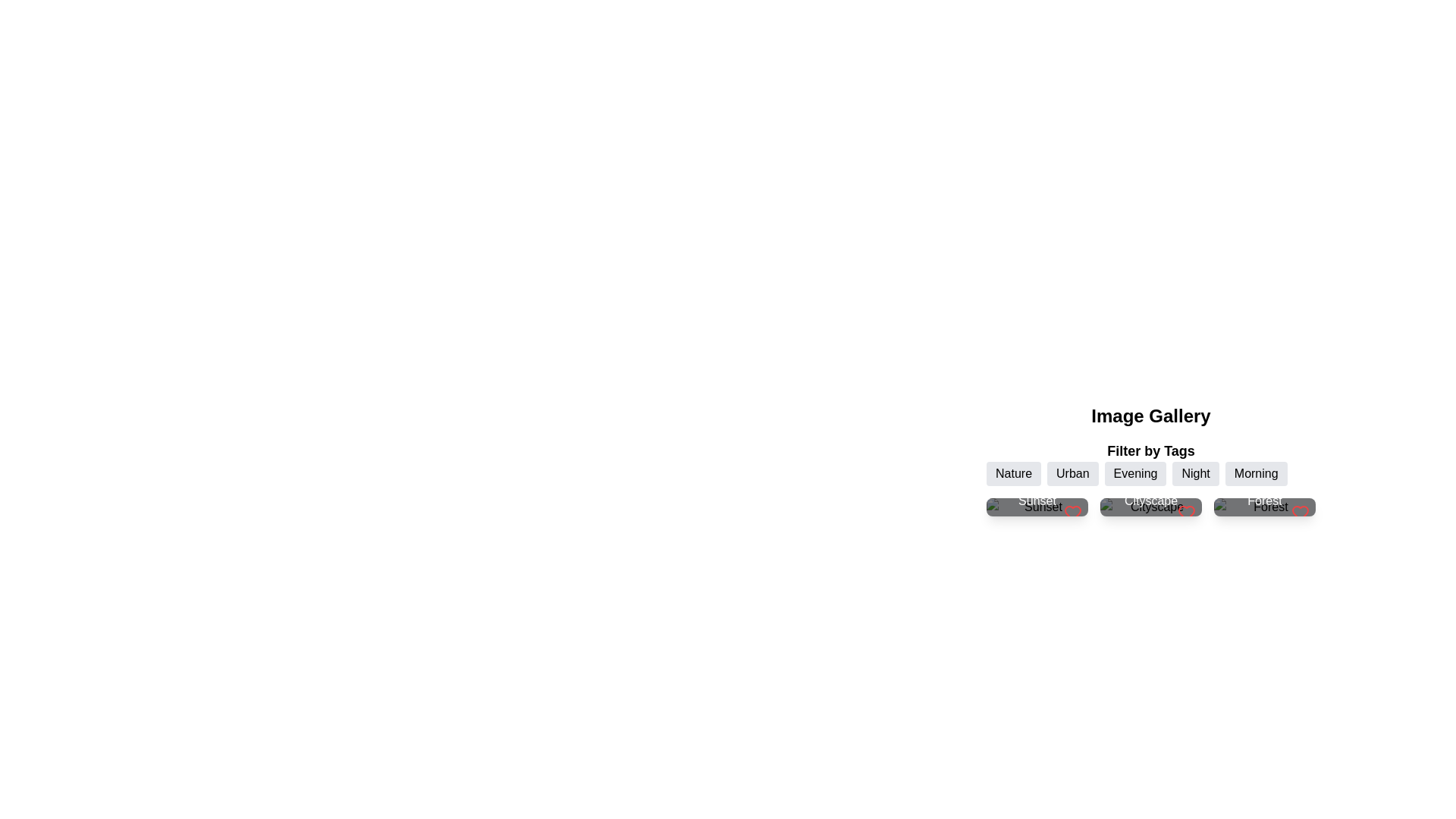 This screenshot has height=819, width=1456. I want to click on the image titled 'Cityscape' in the image grid located under the 'Filter by Tags' section, so click(1150, 507).